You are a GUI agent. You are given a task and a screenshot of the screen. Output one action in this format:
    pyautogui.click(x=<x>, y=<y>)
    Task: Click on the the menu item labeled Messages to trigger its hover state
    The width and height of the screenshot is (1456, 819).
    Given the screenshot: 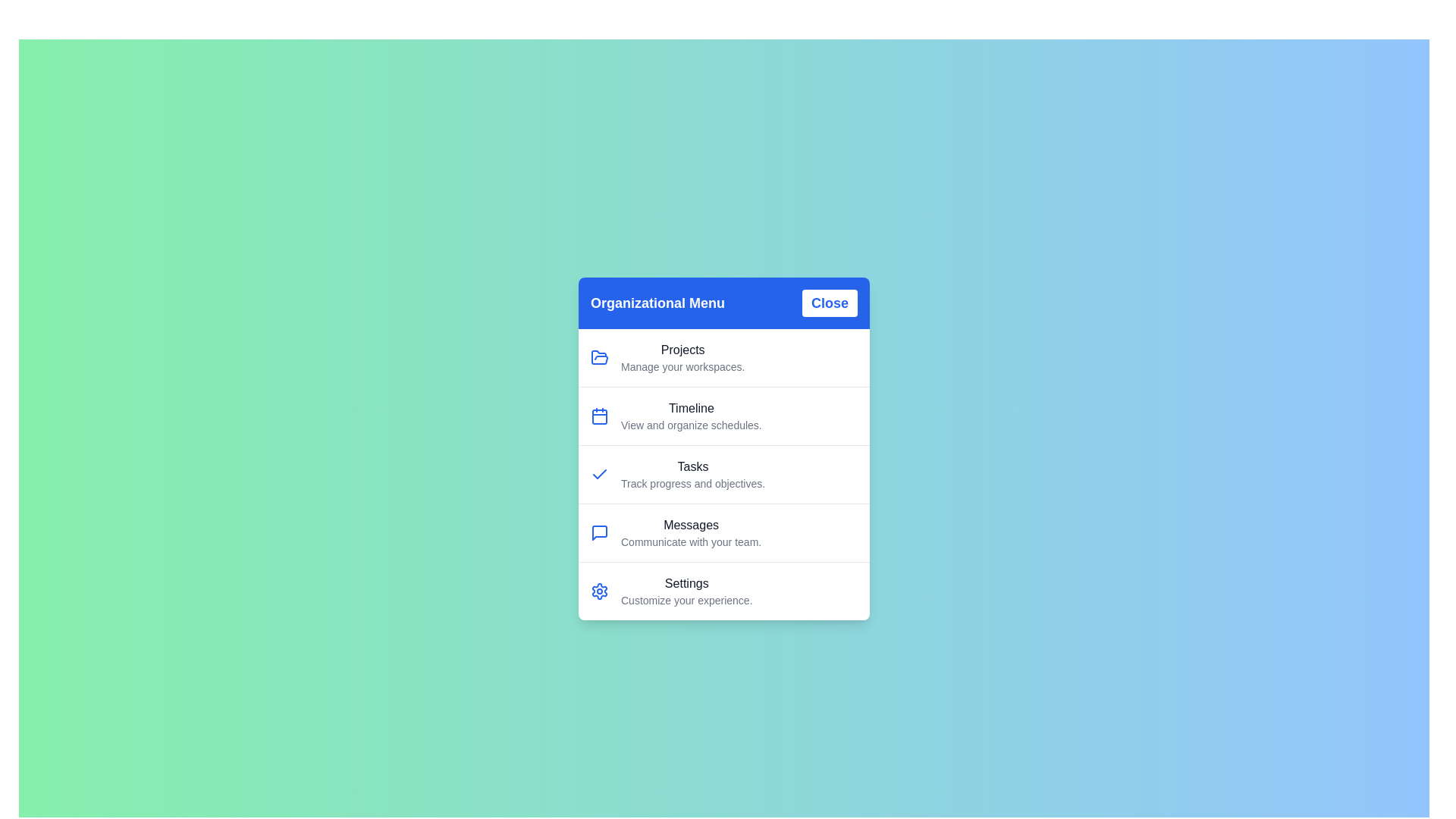 What is the action you would take?
    pyautogui.click(x=723, y=532)
    